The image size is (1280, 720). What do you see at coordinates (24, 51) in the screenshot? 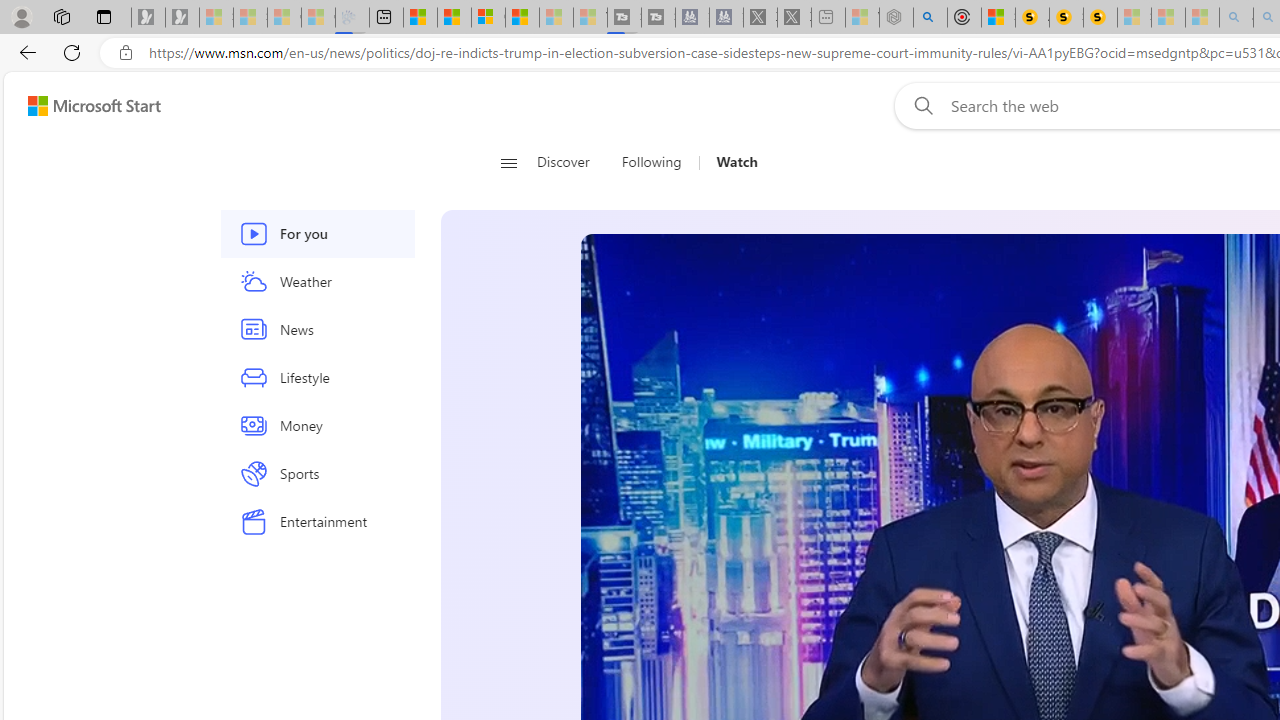
I see `'Back'` at bounding box center [24, 51].